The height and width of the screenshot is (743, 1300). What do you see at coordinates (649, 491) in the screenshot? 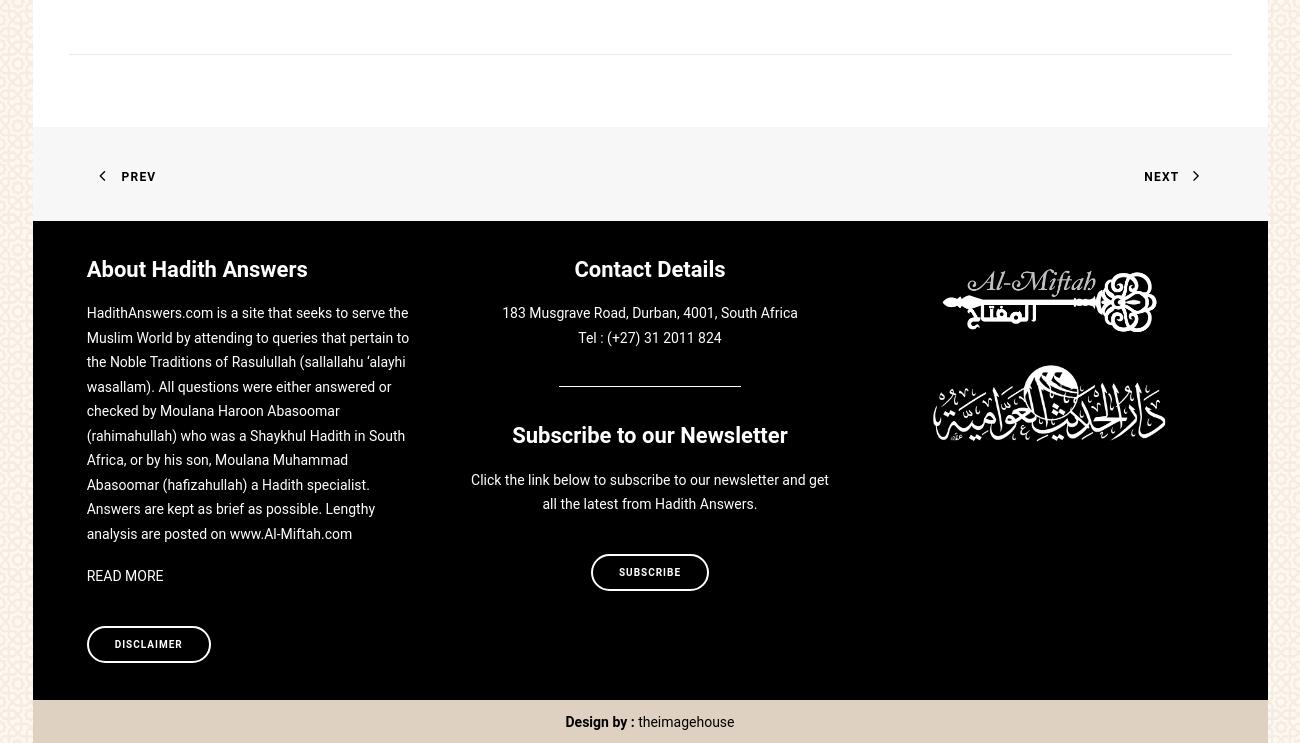
I see `'Click the link below to subscribe to our newsletter and get all the latest from Hadith Answers.'` at bounding box center [649, 491].